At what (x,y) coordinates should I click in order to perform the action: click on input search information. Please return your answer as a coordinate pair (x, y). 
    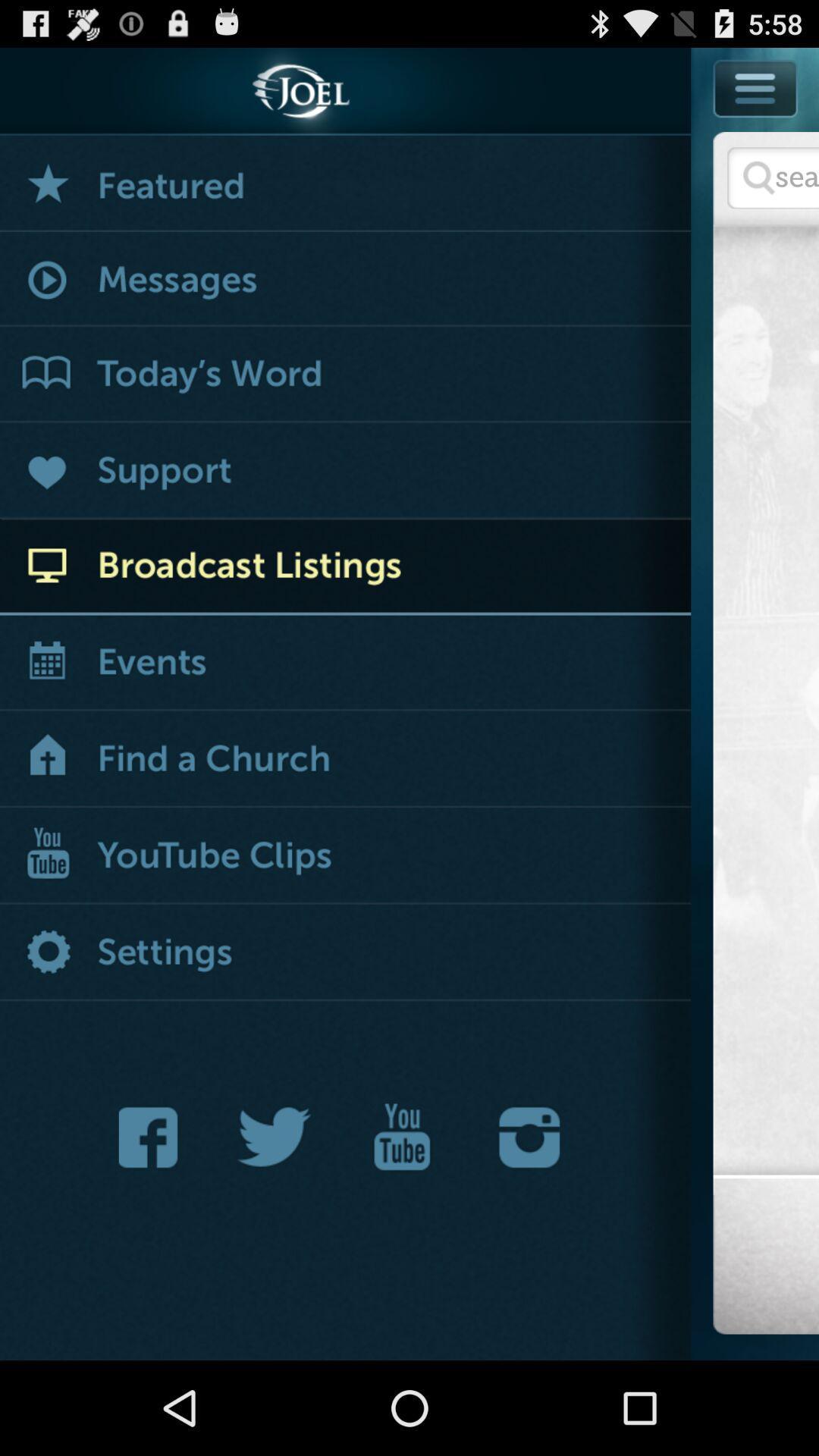
    Looking at the image, I should click on (773, 177).